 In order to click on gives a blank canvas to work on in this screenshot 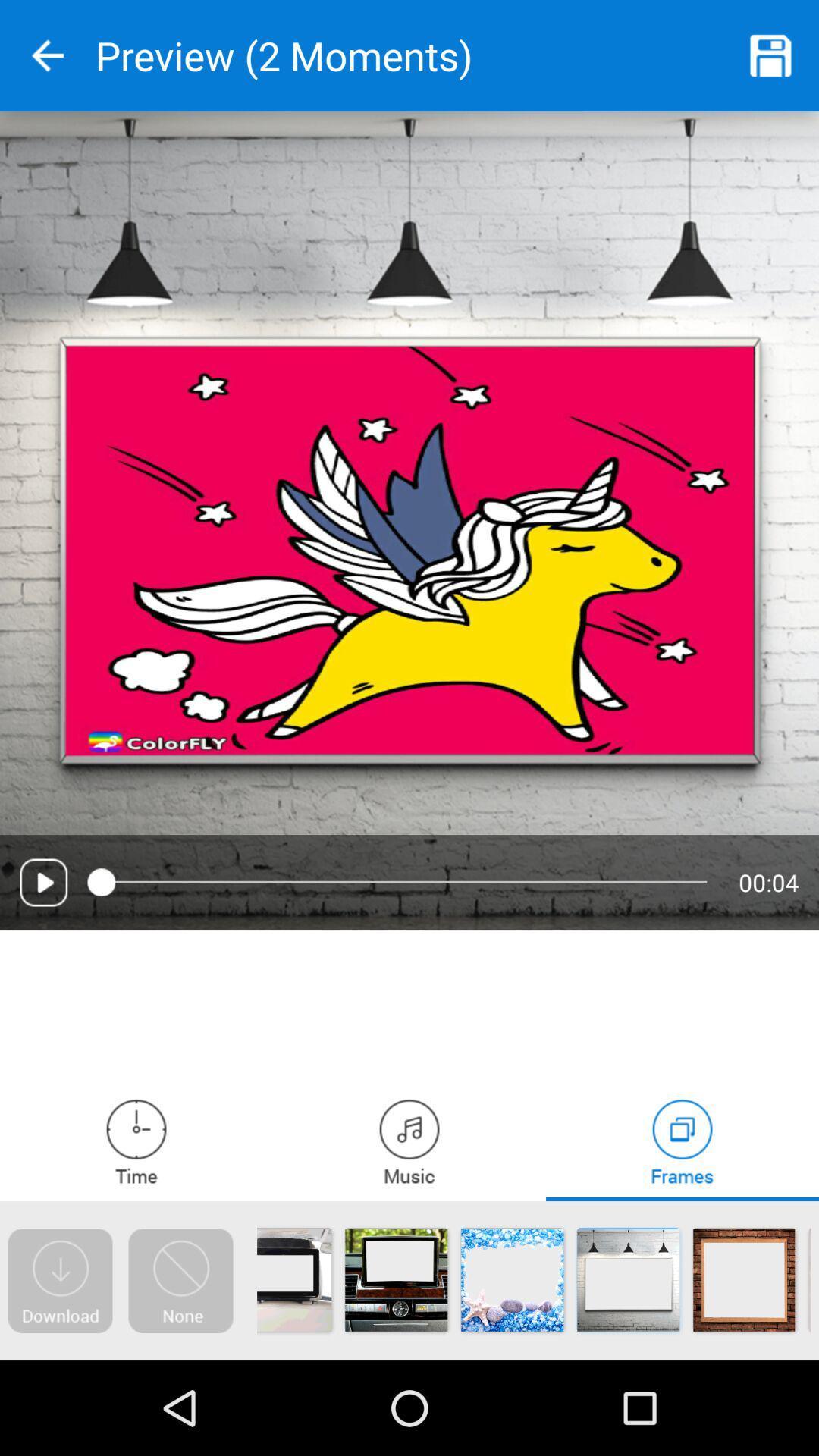, I will do `click(180, 1280)`.